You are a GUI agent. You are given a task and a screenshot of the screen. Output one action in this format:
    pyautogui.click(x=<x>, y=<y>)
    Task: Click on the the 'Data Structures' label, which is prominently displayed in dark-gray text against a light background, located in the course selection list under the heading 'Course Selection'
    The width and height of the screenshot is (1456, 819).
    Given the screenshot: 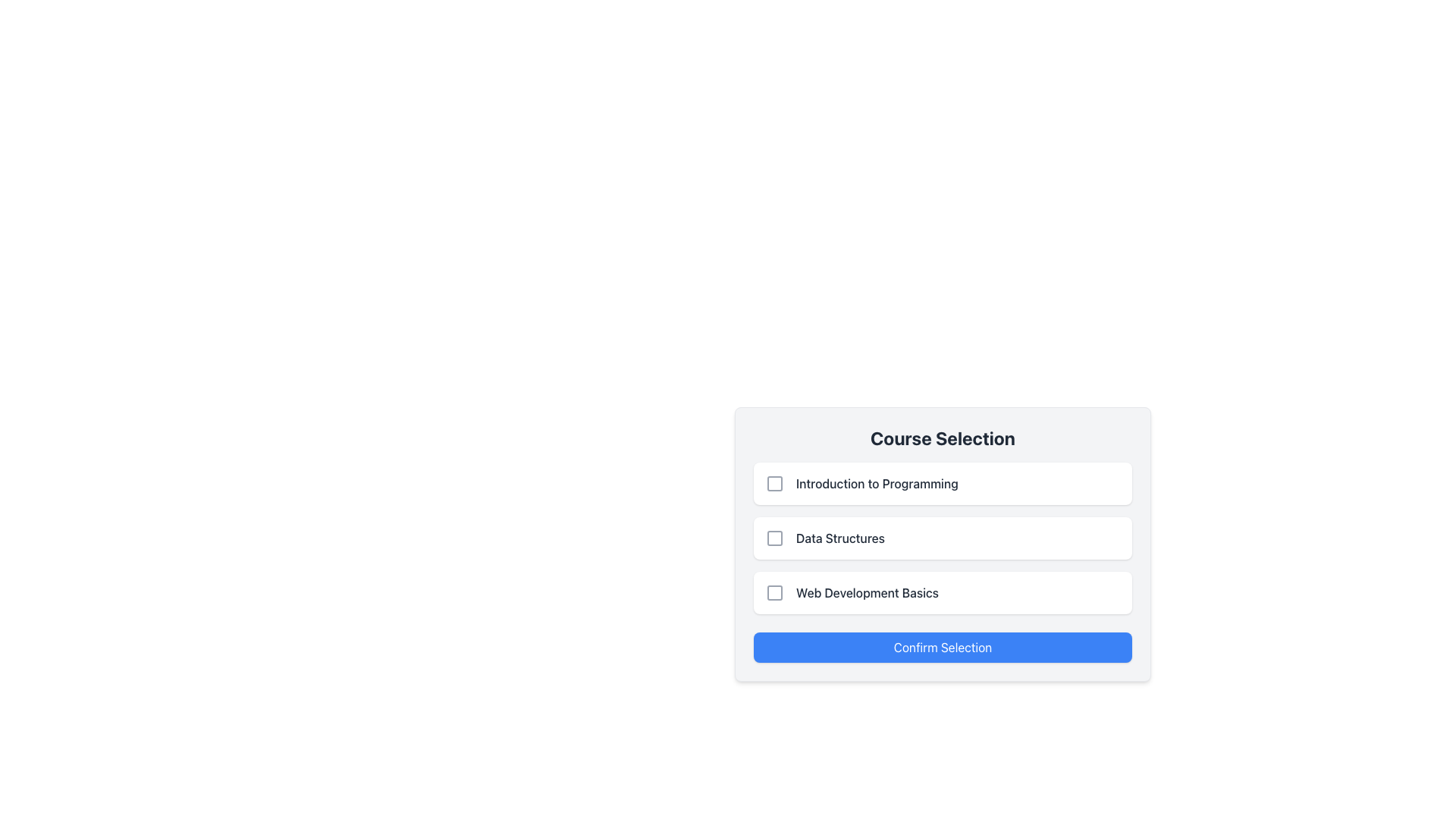 What is the action you would take?
    pyautogui.click(x=839, y=537)
    